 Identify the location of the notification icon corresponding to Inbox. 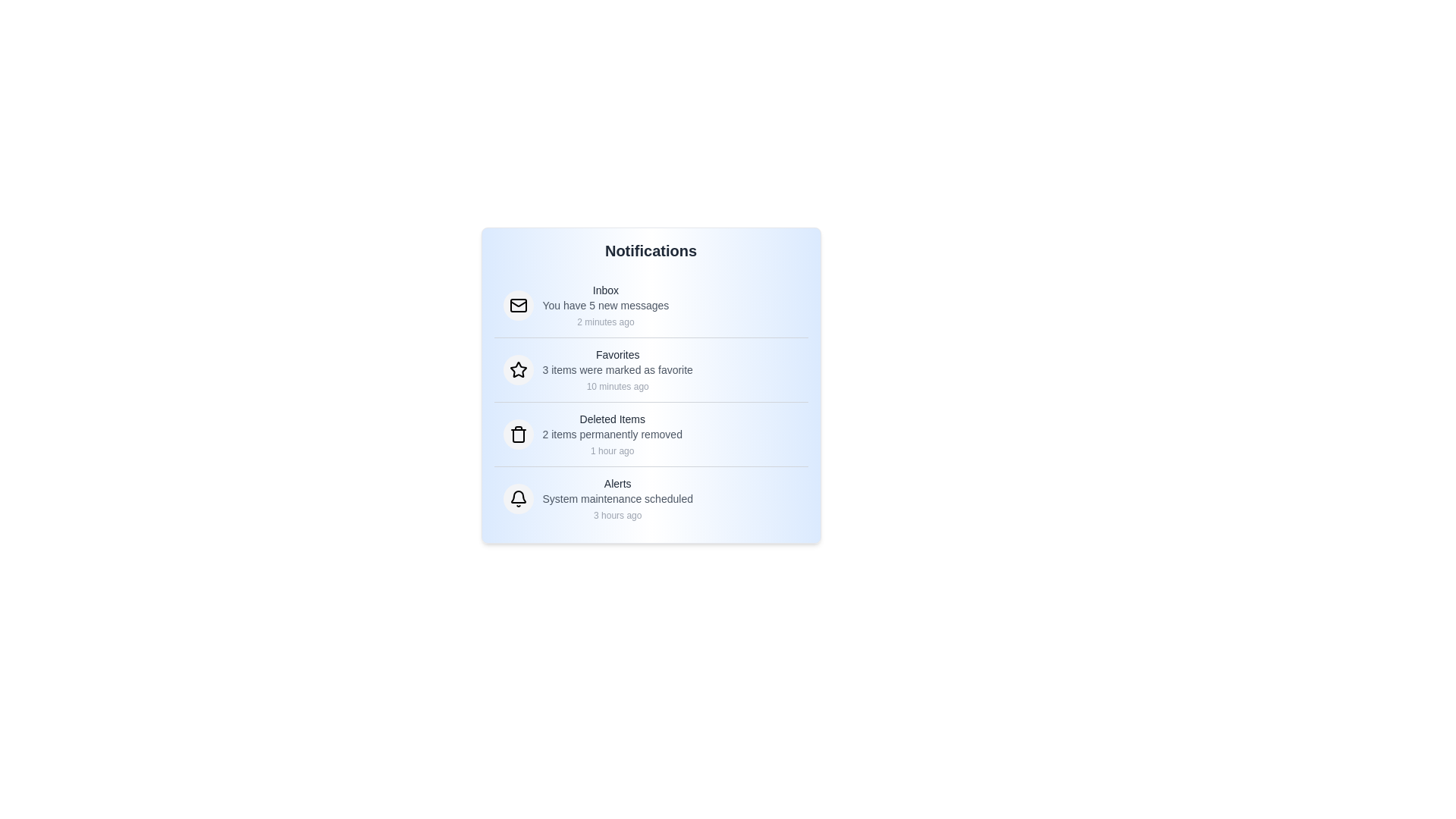
(518, 305).